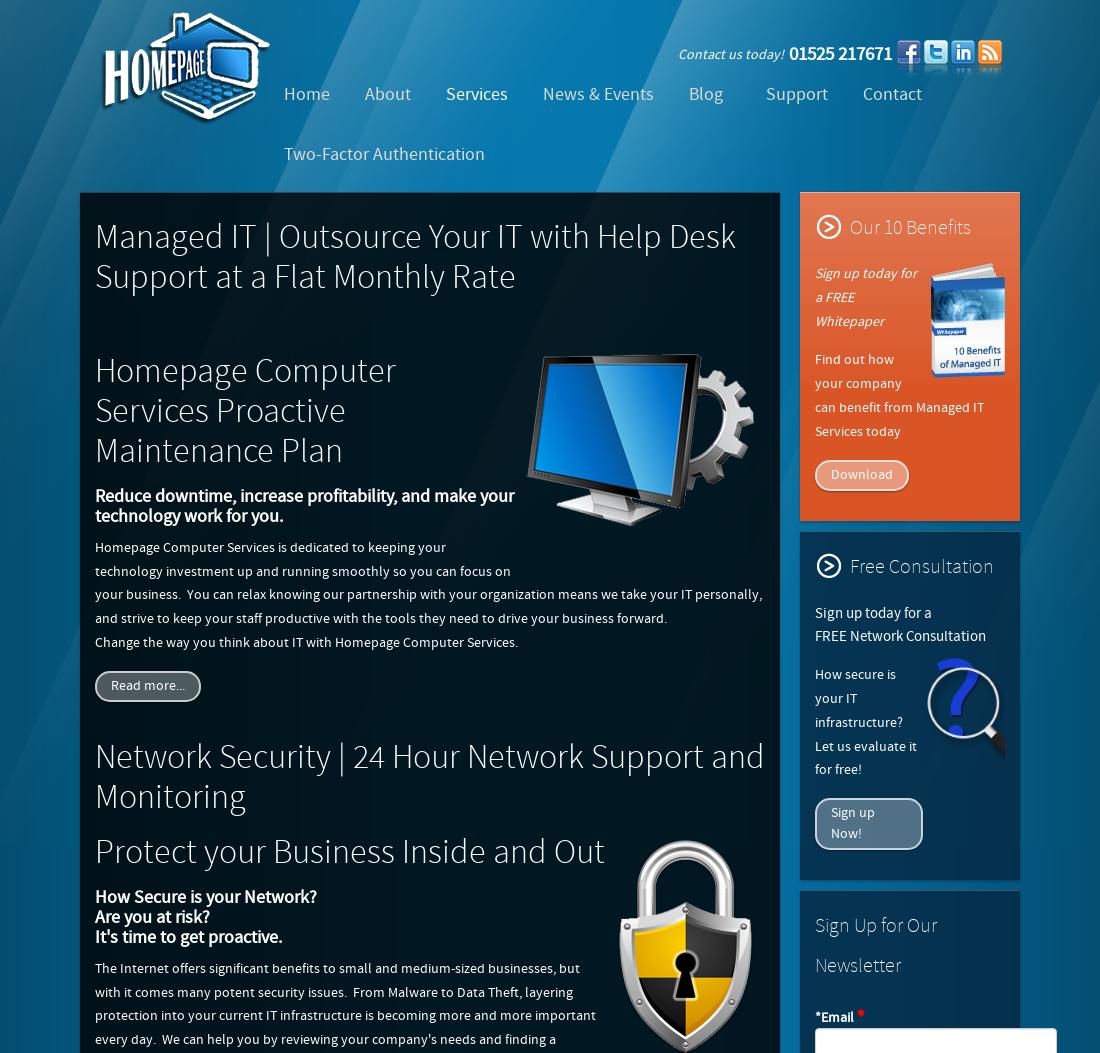  I want to click on 'Reduce downtime, increase profitability, and make your technology work for you.', so click(303, 505).